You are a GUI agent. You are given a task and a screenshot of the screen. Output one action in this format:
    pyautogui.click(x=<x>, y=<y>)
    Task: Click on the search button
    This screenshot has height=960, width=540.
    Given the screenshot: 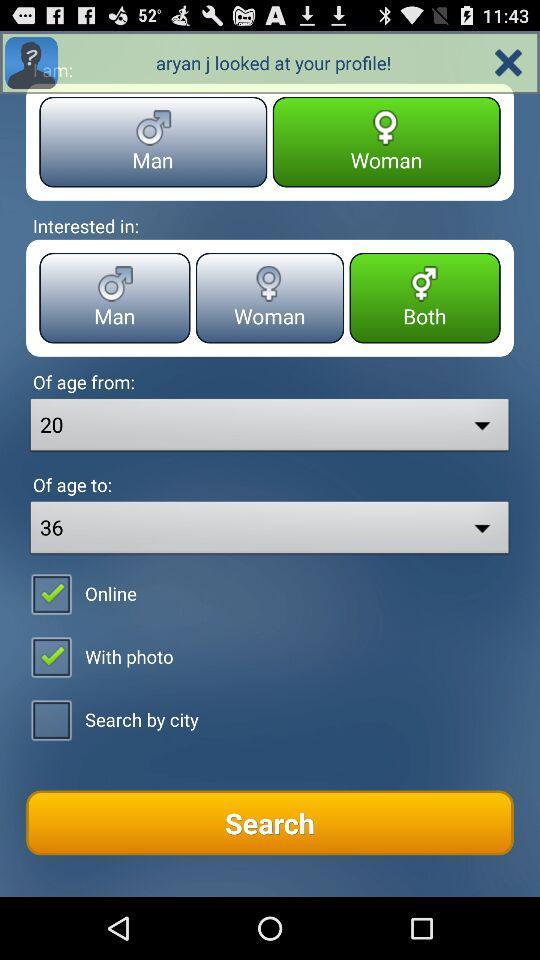 What is the action you would take?
    pyautogui.click(x=270, y=823)
    